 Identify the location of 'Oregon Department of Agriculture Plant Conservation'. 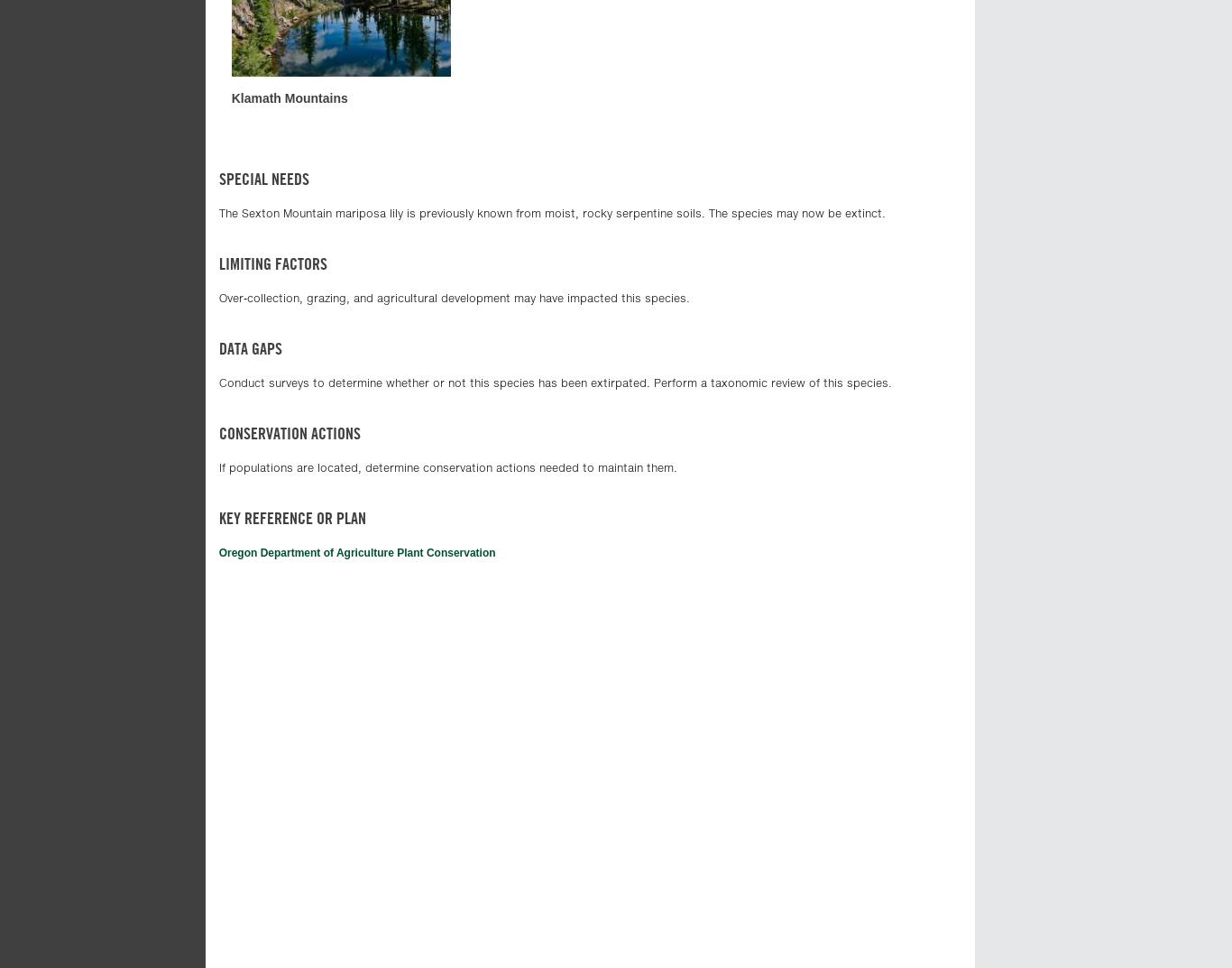
(355, 552).